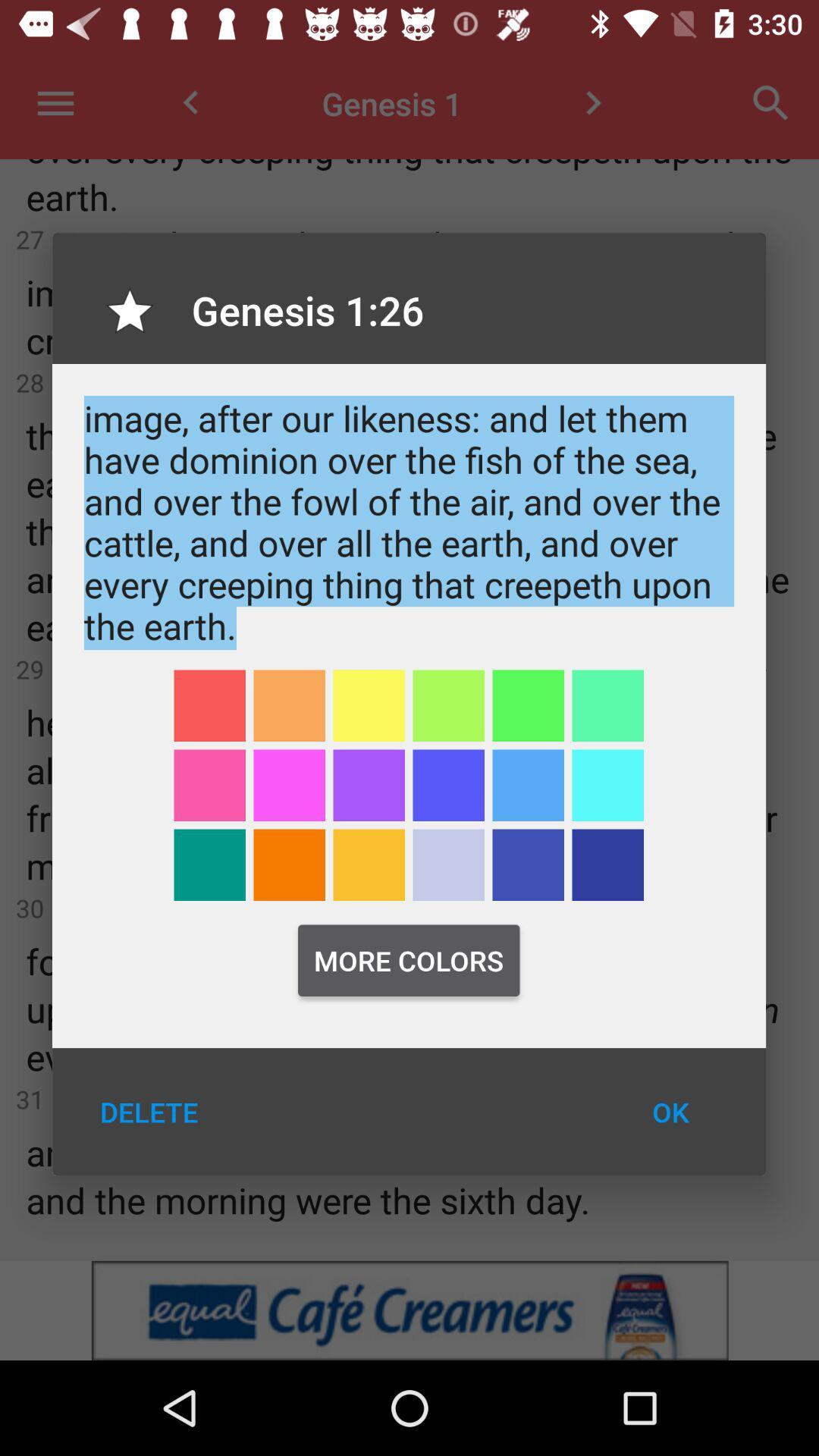 Image resolution: width=819 pixels, height=1456 pixels. What do you see at coordinates (527, 785) in the screenshot?
I see `light blue color` at bounding box center [527, 785].